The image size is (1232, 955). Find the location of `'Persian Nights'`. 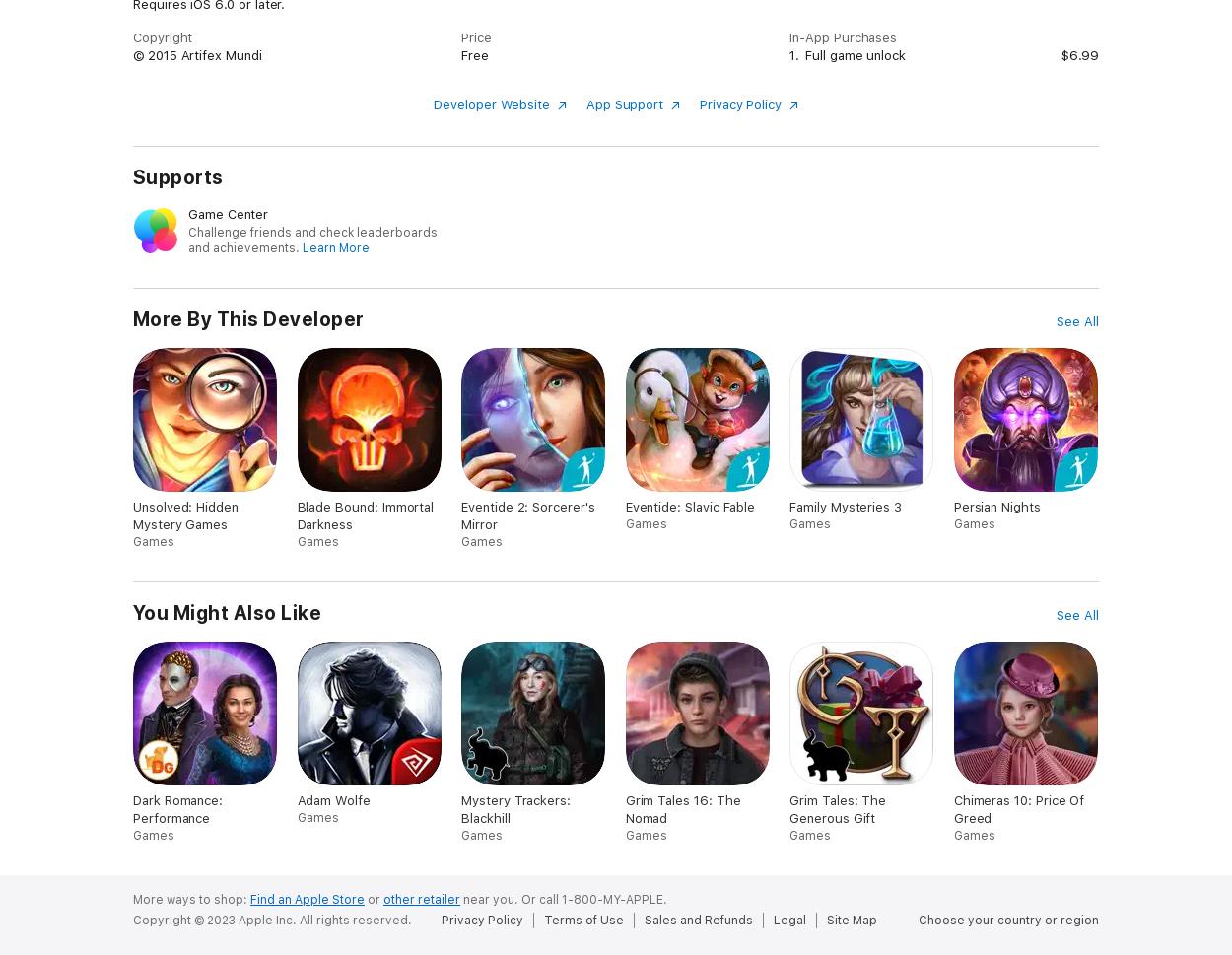

'Persian Nights' is located at coordinates (951, 505).